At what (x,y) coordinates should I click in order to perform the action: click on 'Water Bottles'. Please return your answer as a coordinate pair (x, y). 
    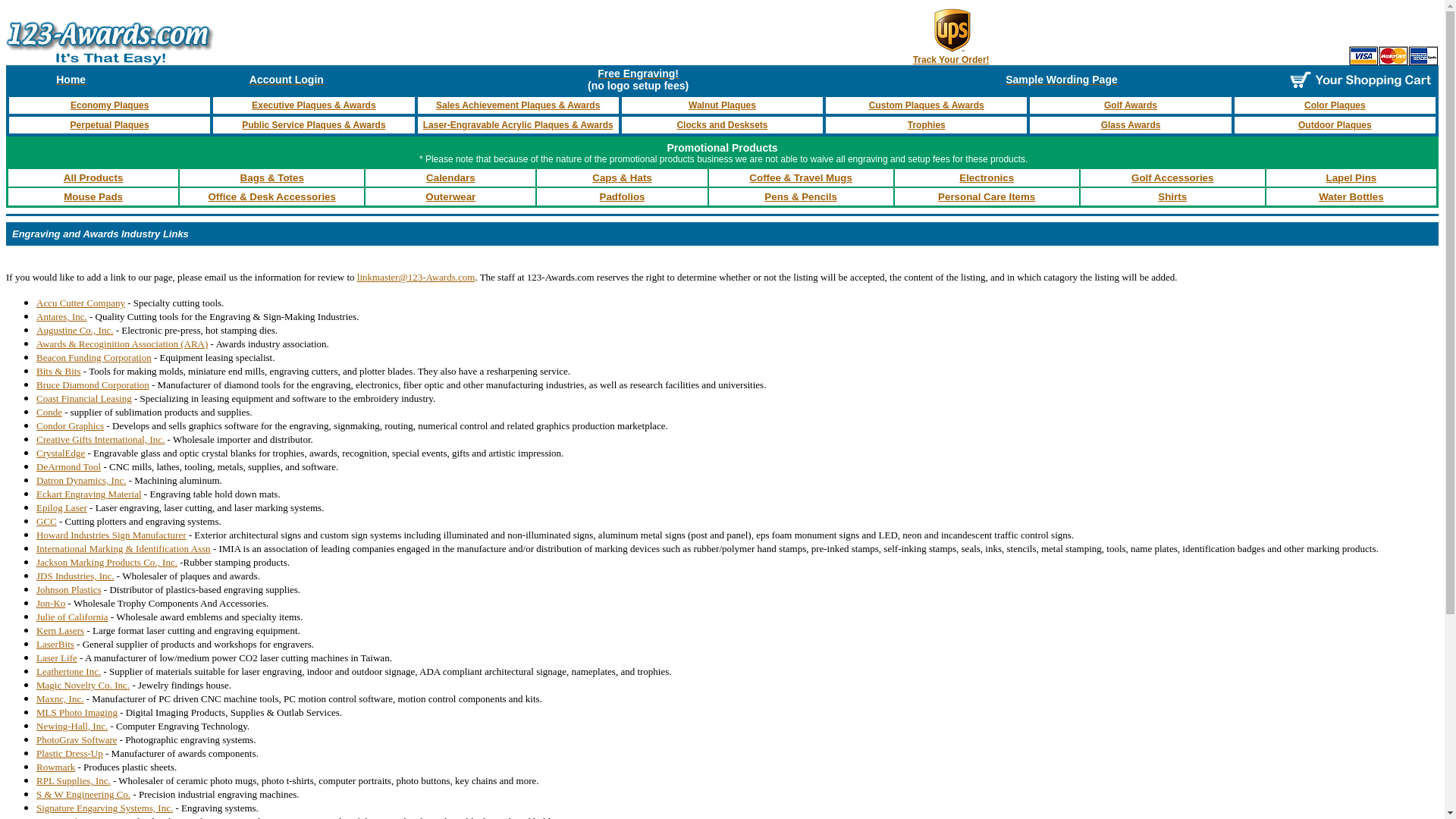
    Looking at the image, I should click on (1351, 196).